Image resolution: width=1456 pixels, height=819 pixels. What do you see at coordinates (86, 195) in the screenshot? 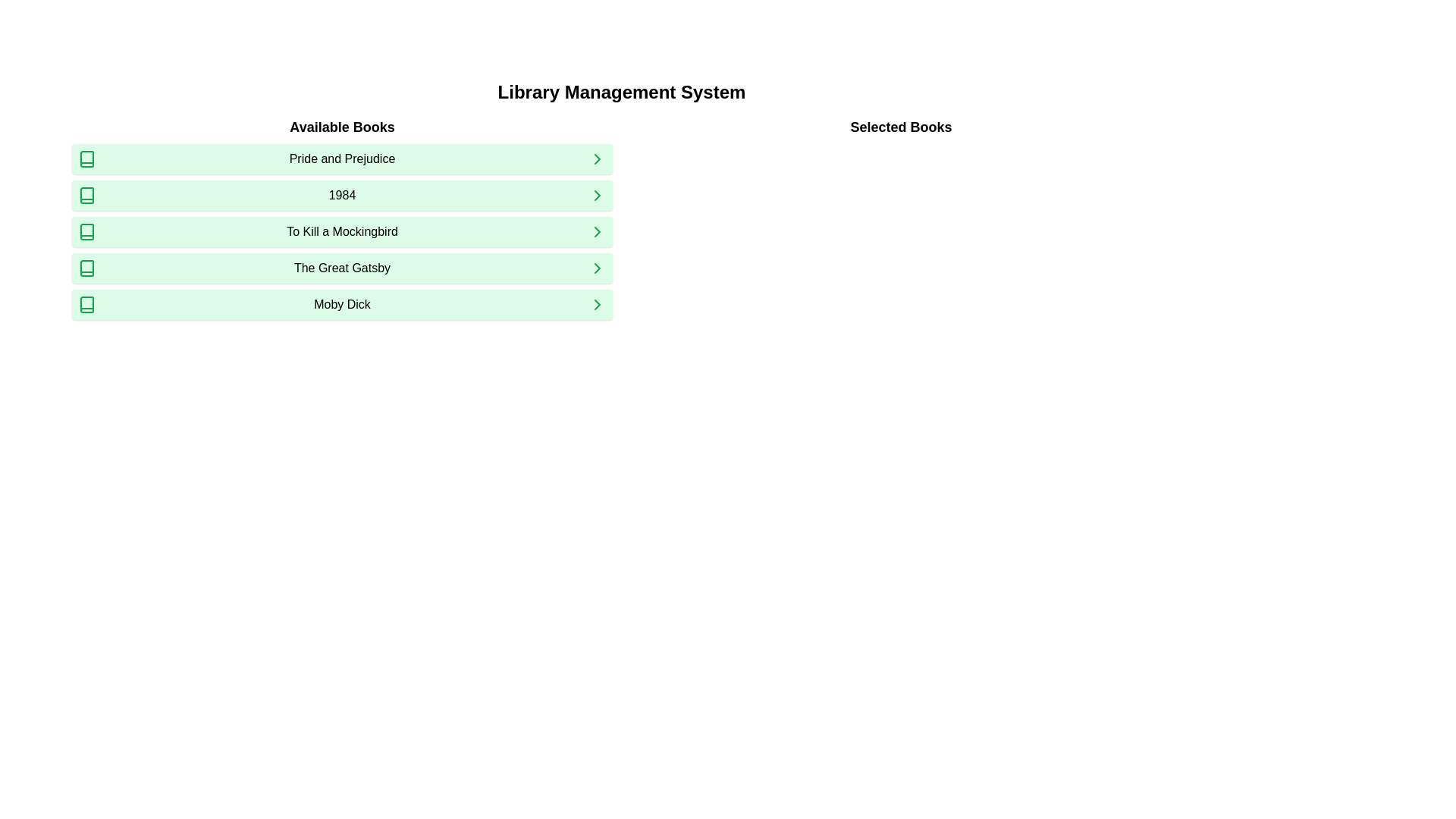
I see `the book icon with a green outline located within the rectangular button next to the text '1984' in the 'Available Books' section` at bounding box center [86, 195].